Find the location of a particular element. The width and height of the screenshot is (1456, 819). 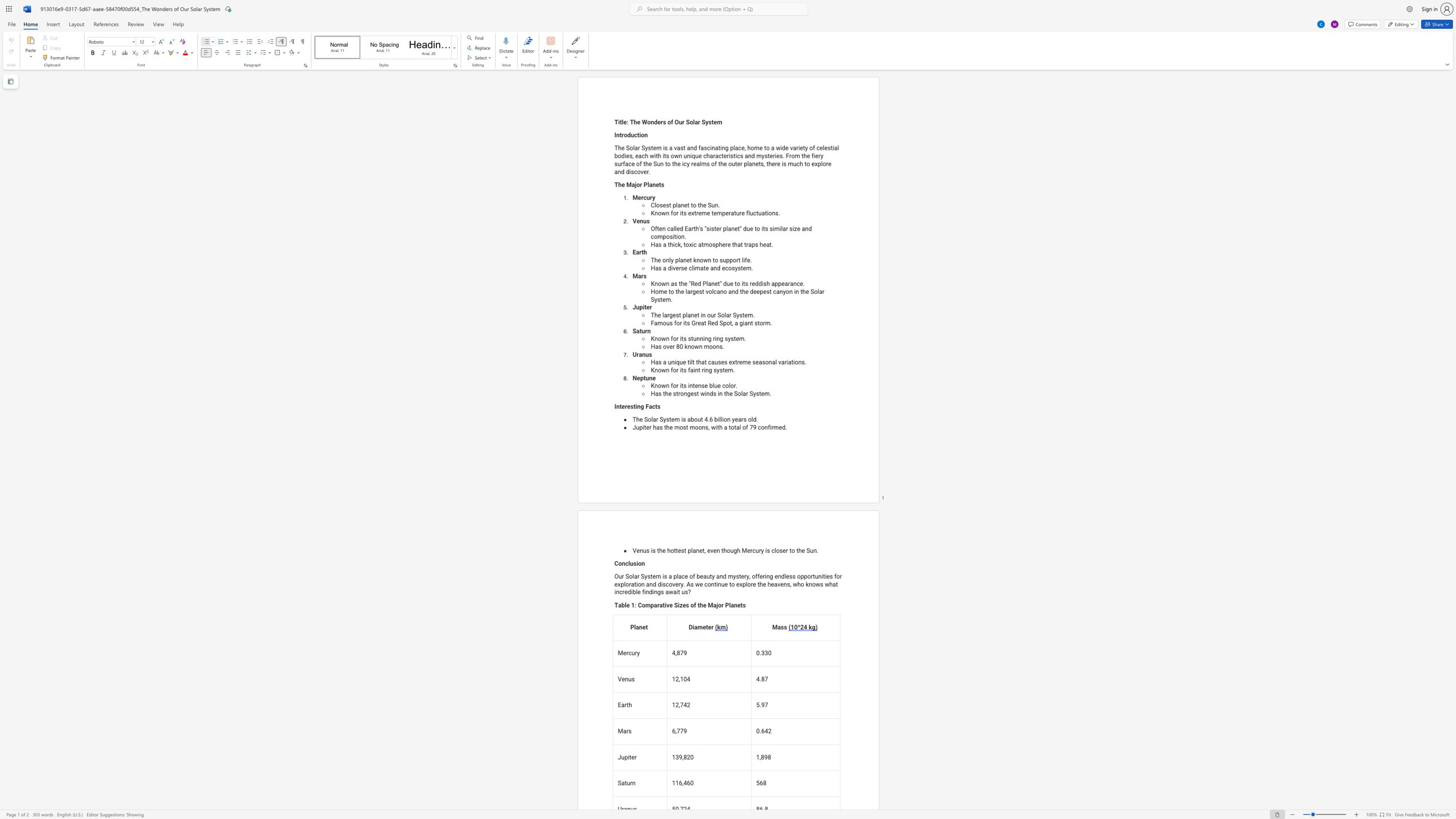

the 1th character "M" in the text is located at coordinates (744, 551).